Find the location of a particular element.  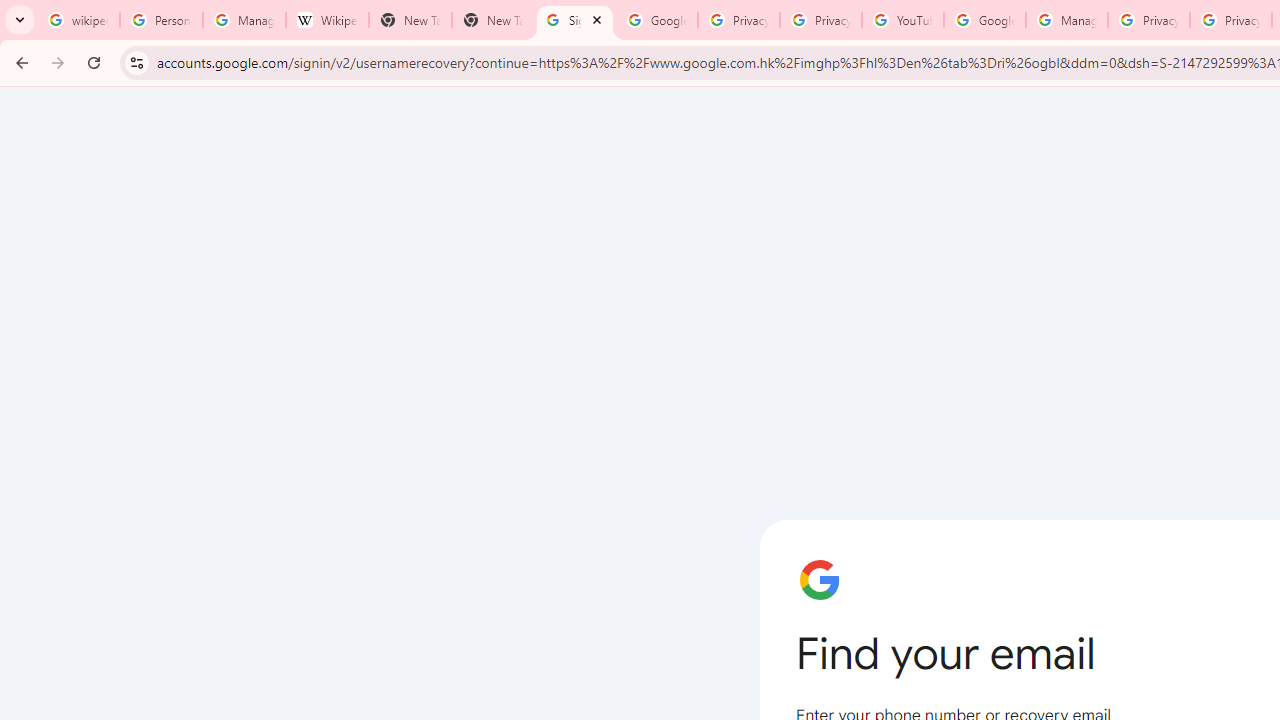

'New Tab' is located at coordinates (492, 20).